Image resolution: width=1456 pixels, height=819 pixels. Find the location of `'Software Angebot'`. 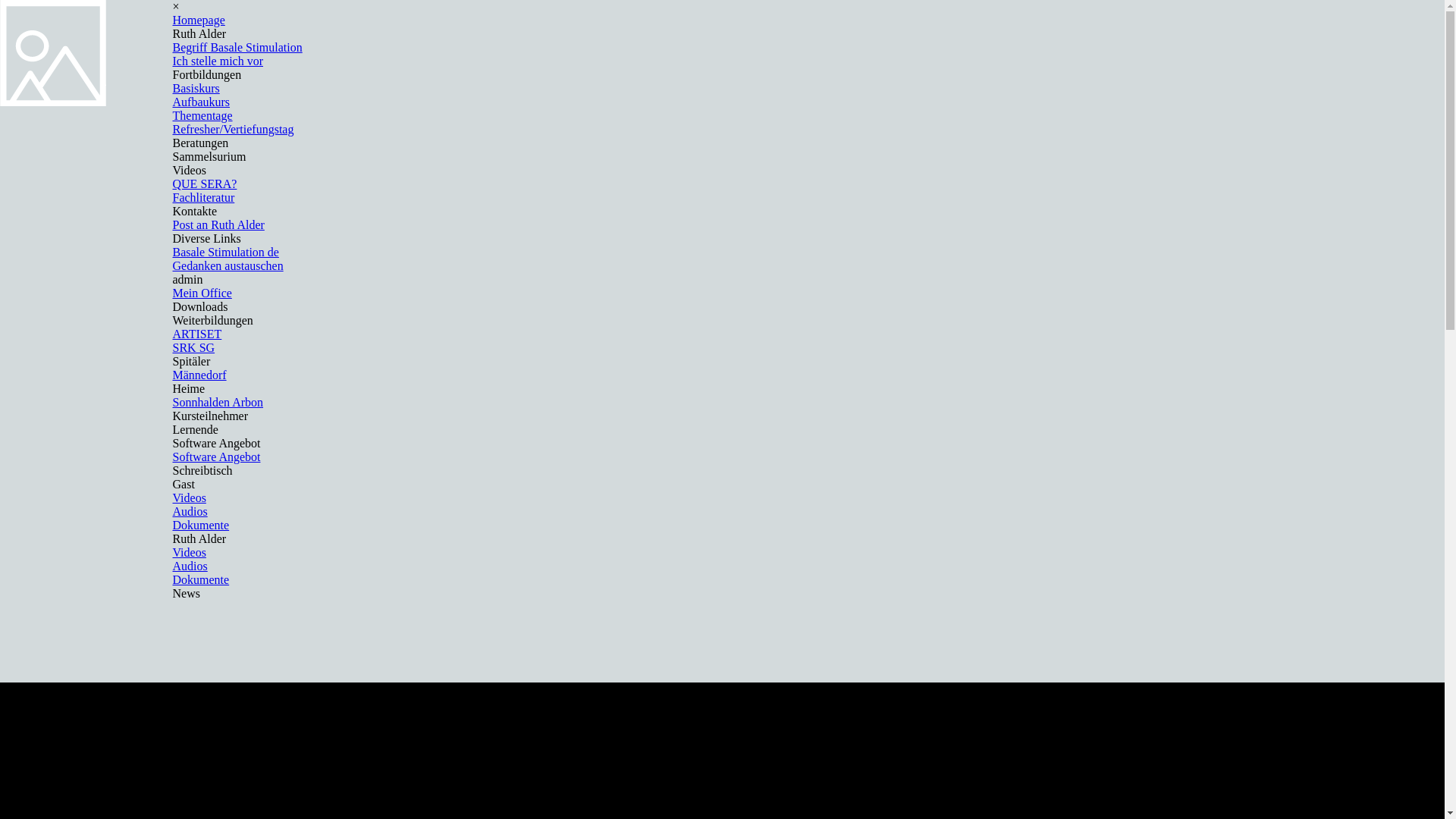

'Software Angebot' is located at coordinates (216, 456).